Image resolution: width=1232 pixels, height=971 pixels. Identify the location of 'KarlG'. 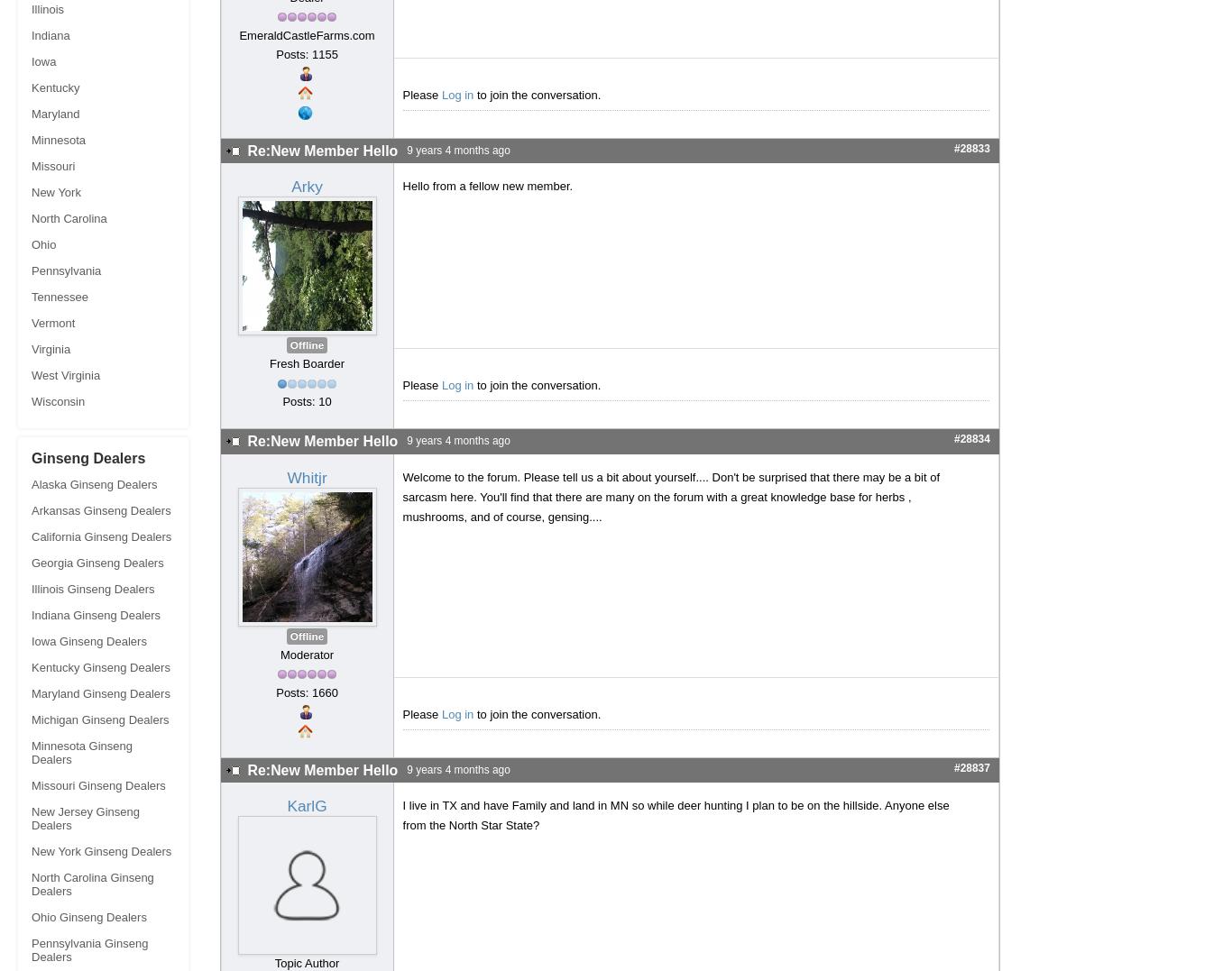
(306, 806).